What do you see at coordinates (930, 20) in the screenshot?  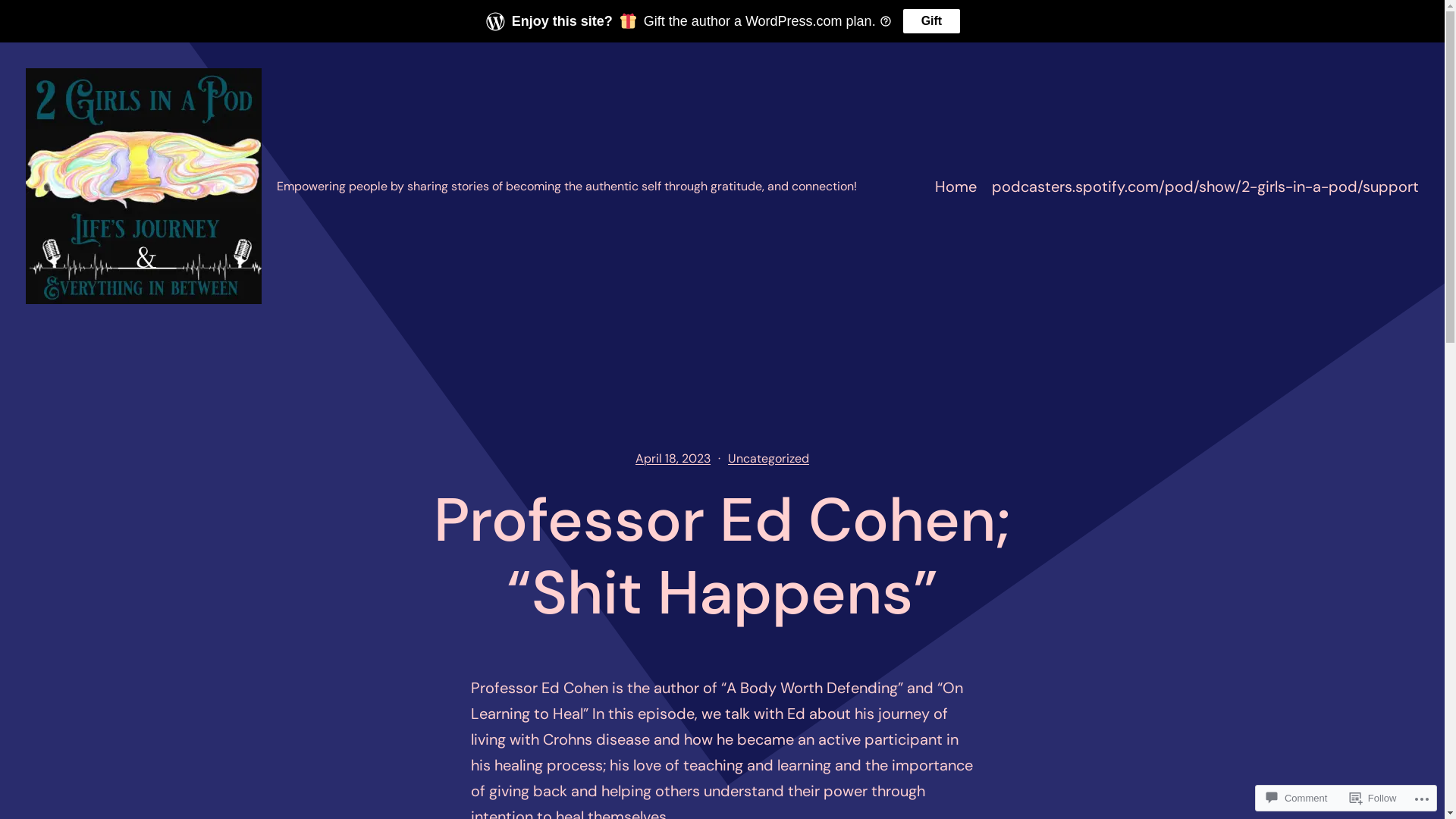 I see `'Gift'` at bounding box center [930, 20].